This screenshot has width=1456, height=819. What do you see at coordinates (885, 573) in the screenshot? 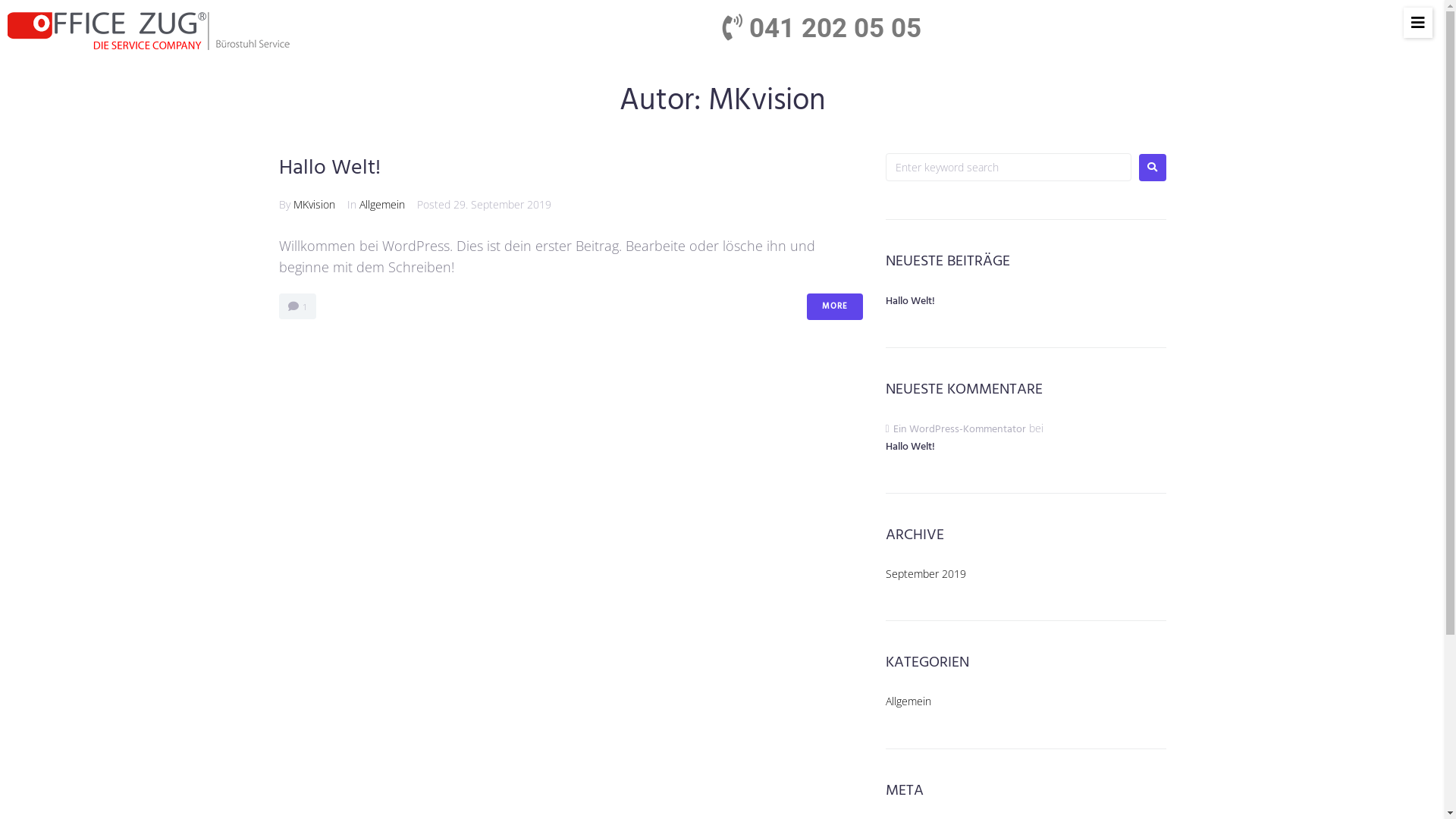
I see `'September 2019'` at bounding box center [885, 573].